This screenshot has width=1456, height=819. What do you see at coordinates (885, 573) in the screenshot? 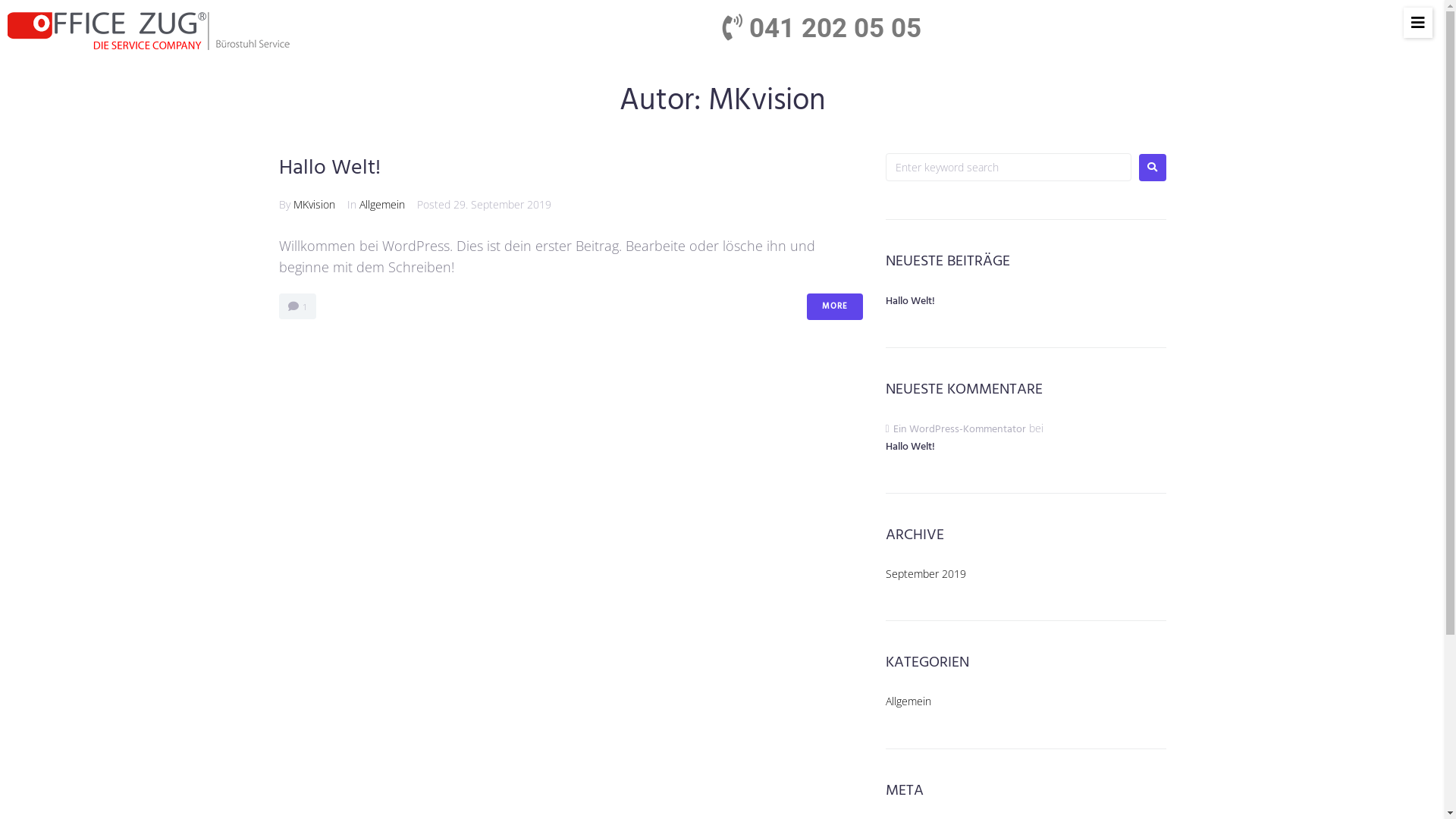
I see `'September 2019'` at bounding box center [885, 573].